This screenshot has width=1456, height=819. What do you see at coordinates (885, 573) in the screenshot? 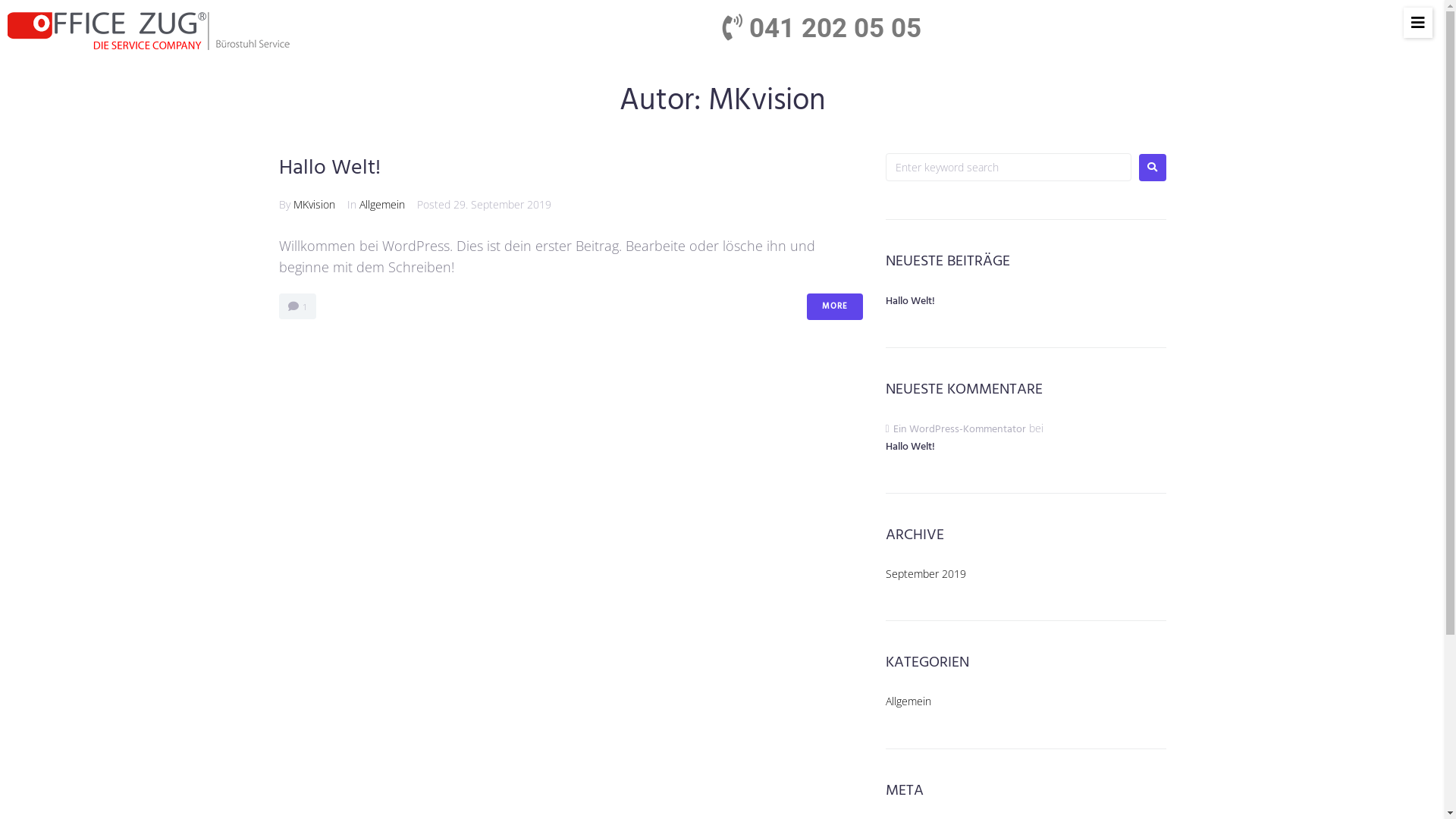
I see `'September 2019'` at bounding box center [885, 573].